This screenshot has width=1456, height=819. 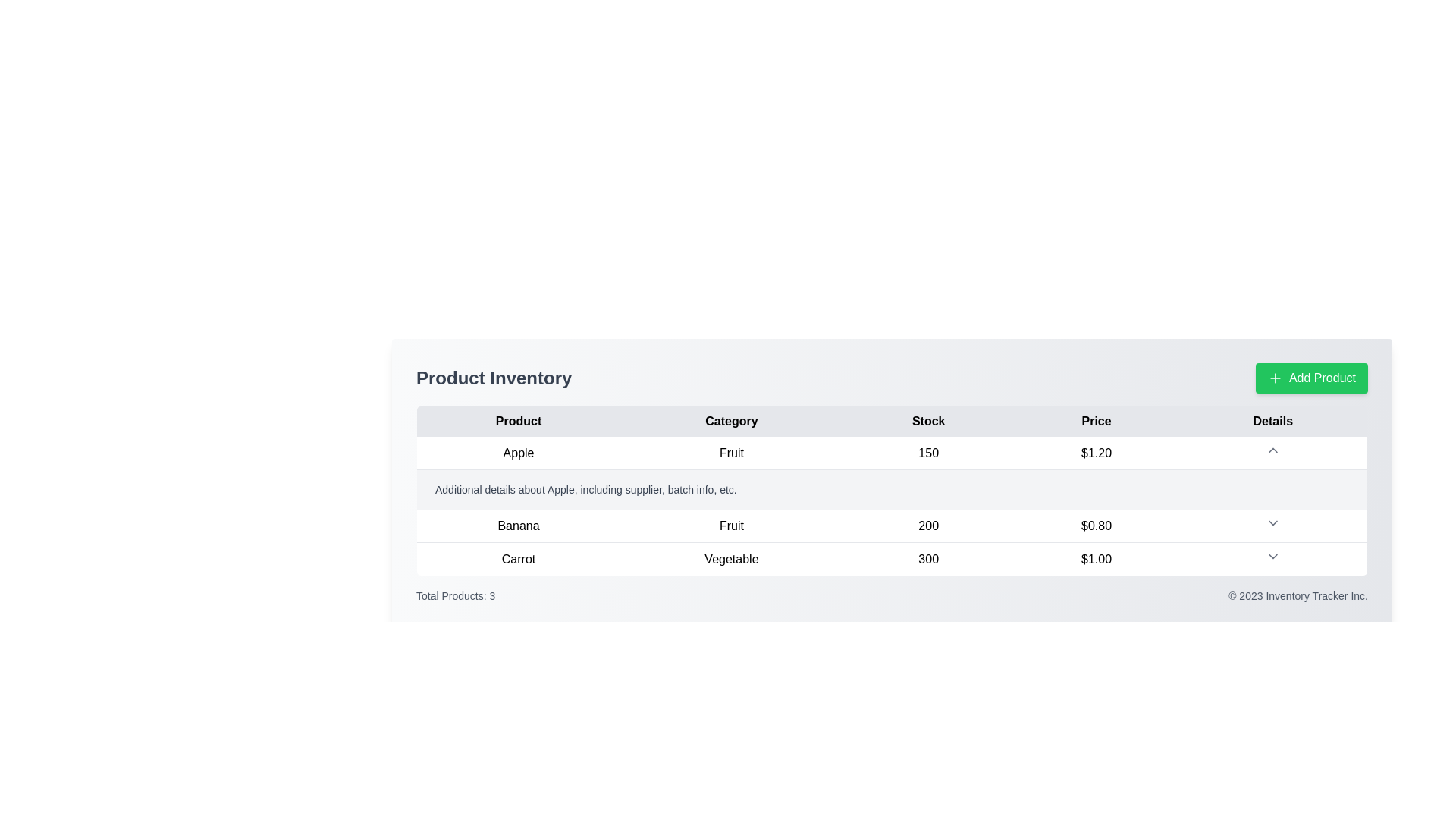 I want to click on the inventory item row for 'Carrot' which displays details like name, category, stock, and price, and may have interactive elements such as a 'Details' dropdown, so click(x=892, y=559).